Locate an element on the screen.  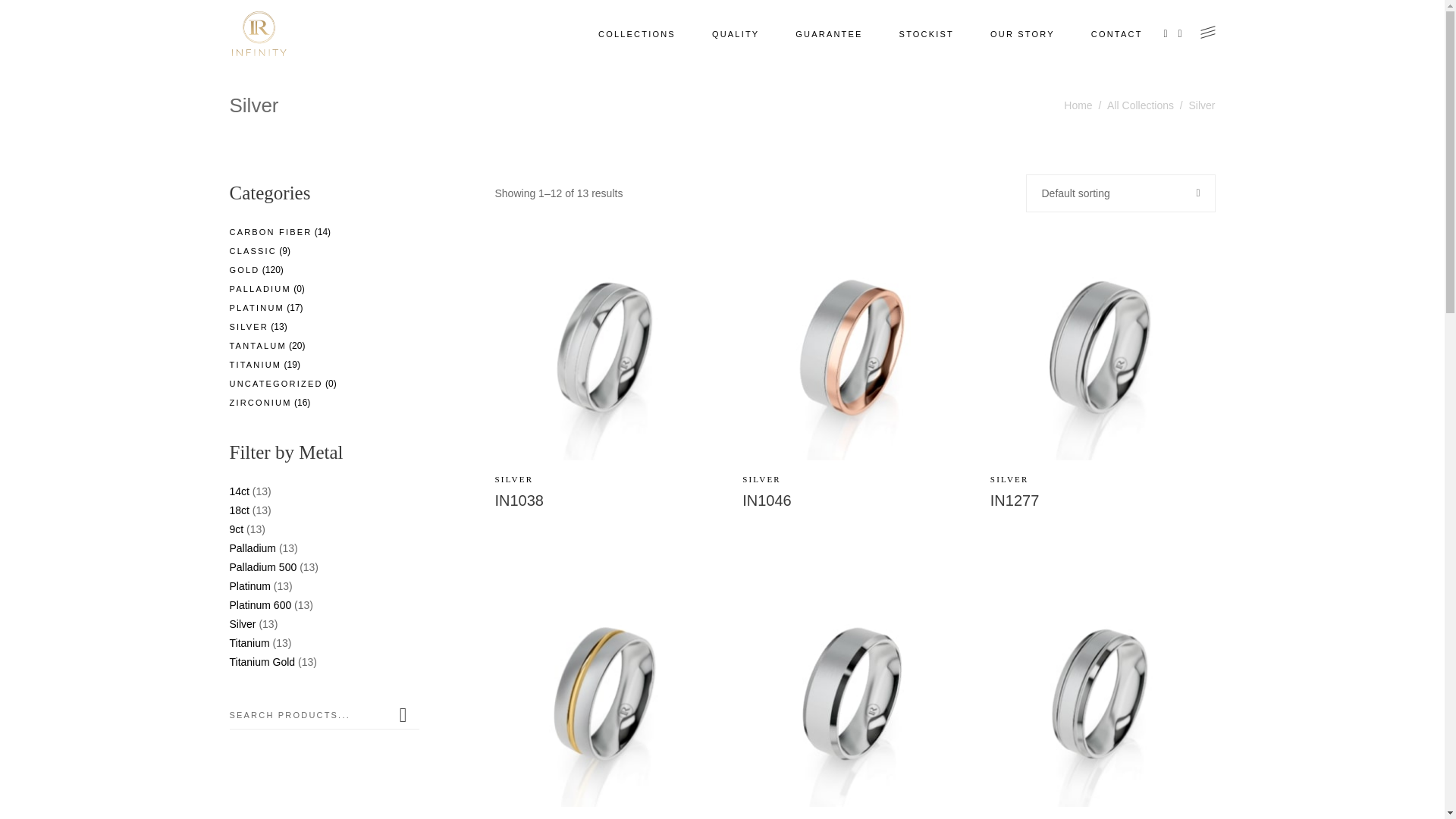
'Platinum 600' is located at coordinates (259, 604).